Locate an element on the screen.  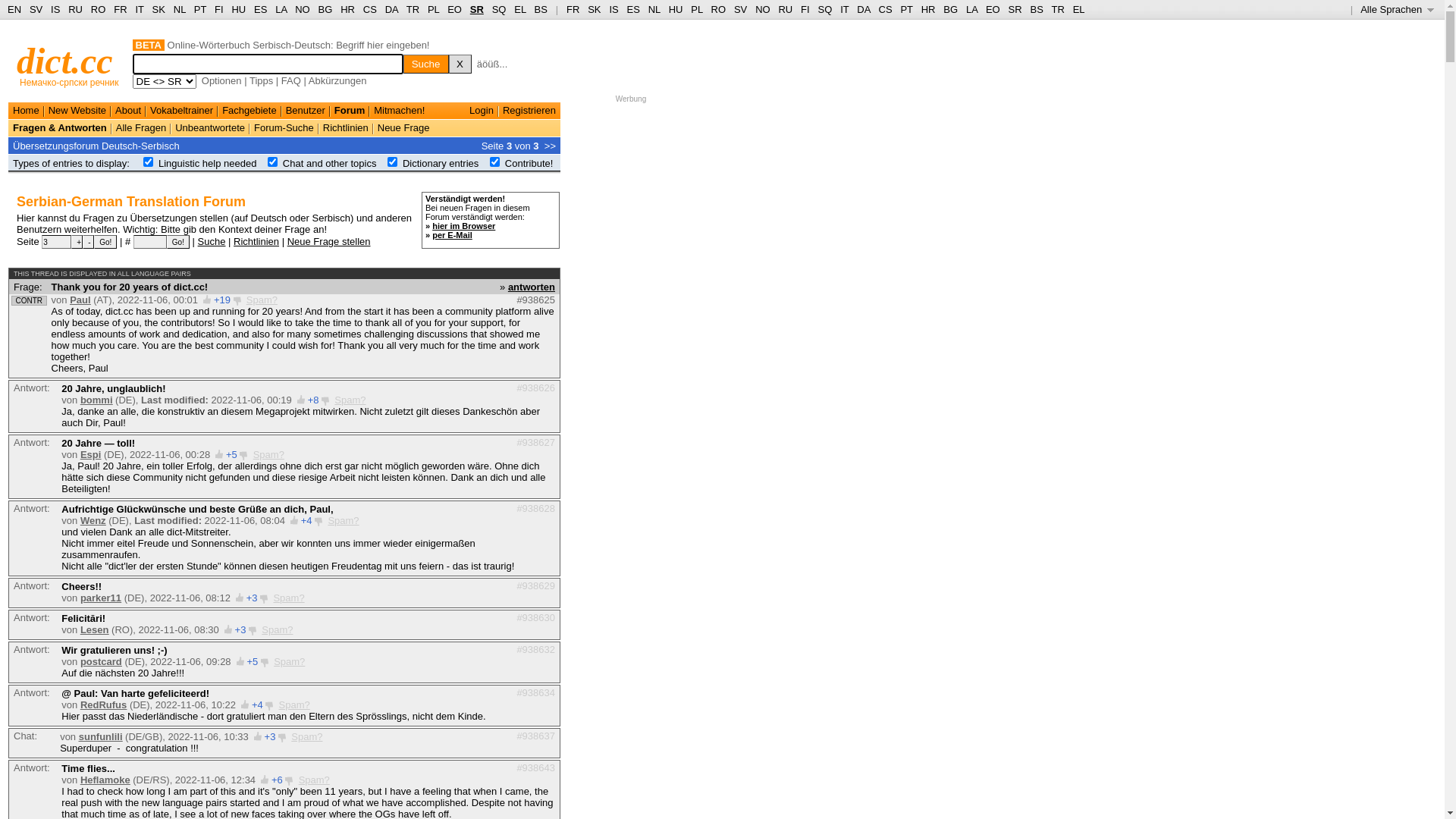
'Serbian-German Translation Forum' is located at coordinates (17, 201).